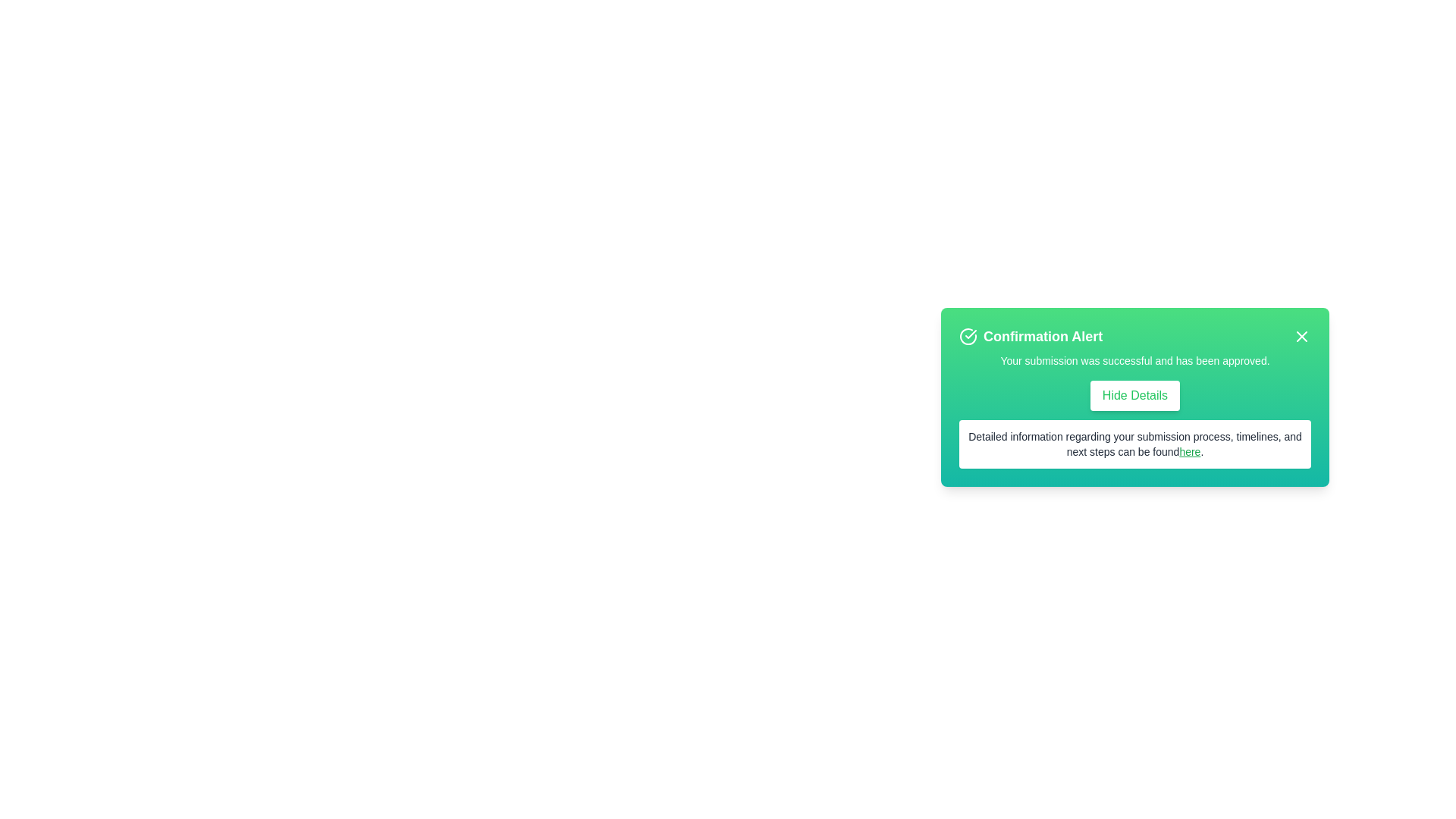 The width and height of the screenshot is (1456, 819). Describe the element at coordinates (1135, 394) in the screenshot. I see `the 'Hide Details' button to toggle the visibility of the details section` at that location.